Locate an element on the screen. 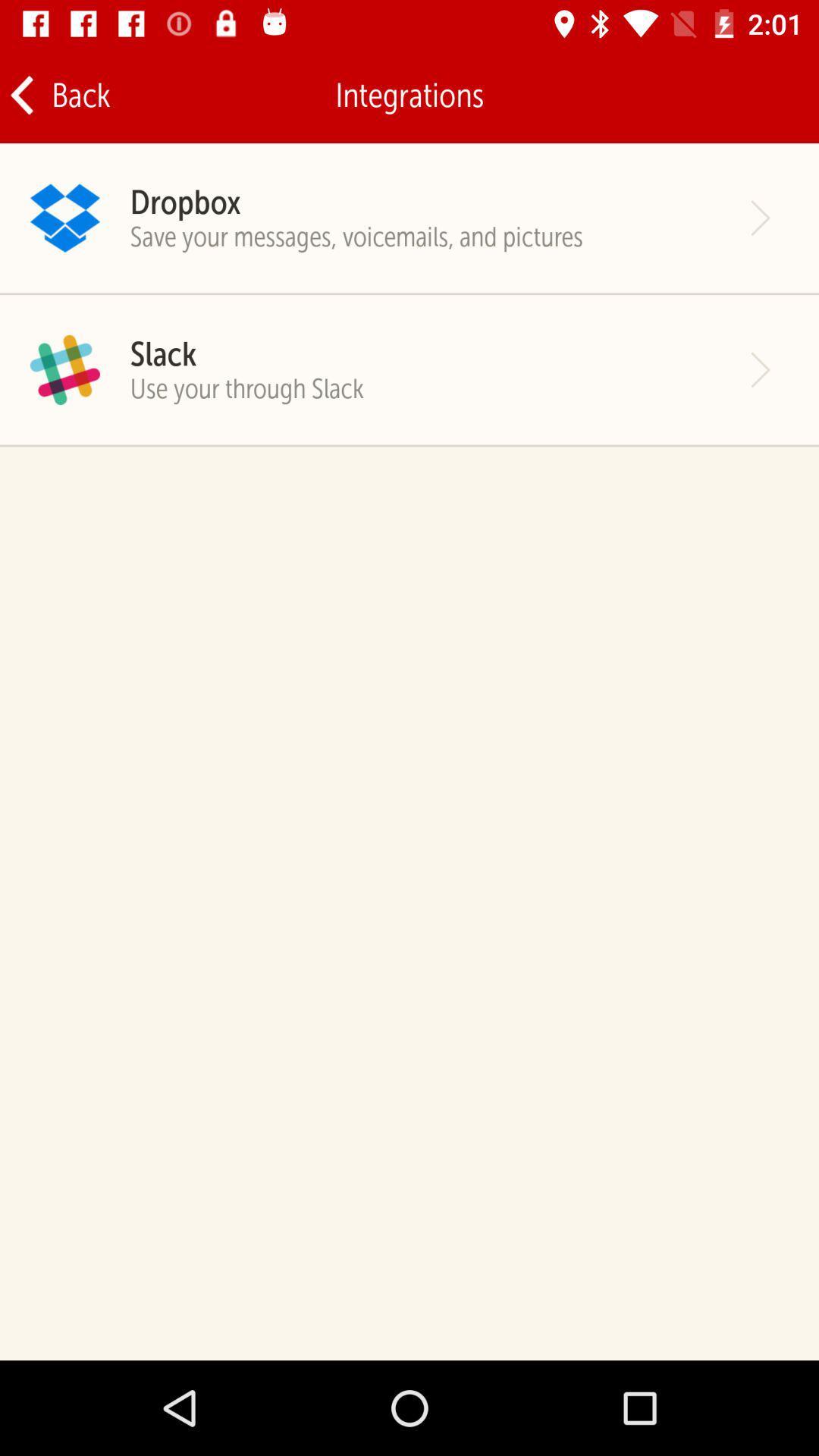 The height and width of the screenshot is (1456, 819). the item next to the integrations icon is located at coordinates (58, 94).